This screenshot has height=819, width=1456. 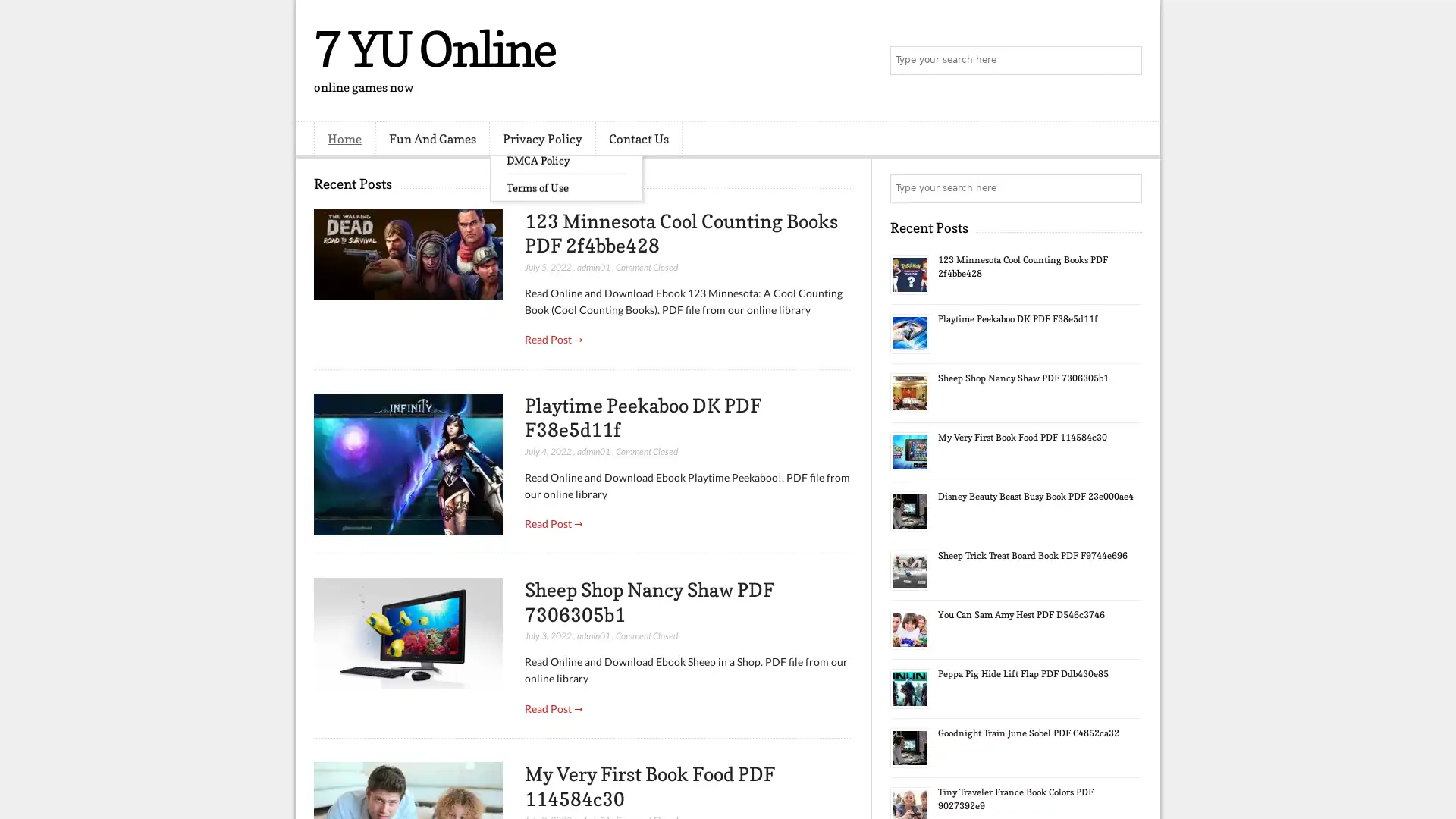 I want to click on Search, so click(x=1126, y=61).